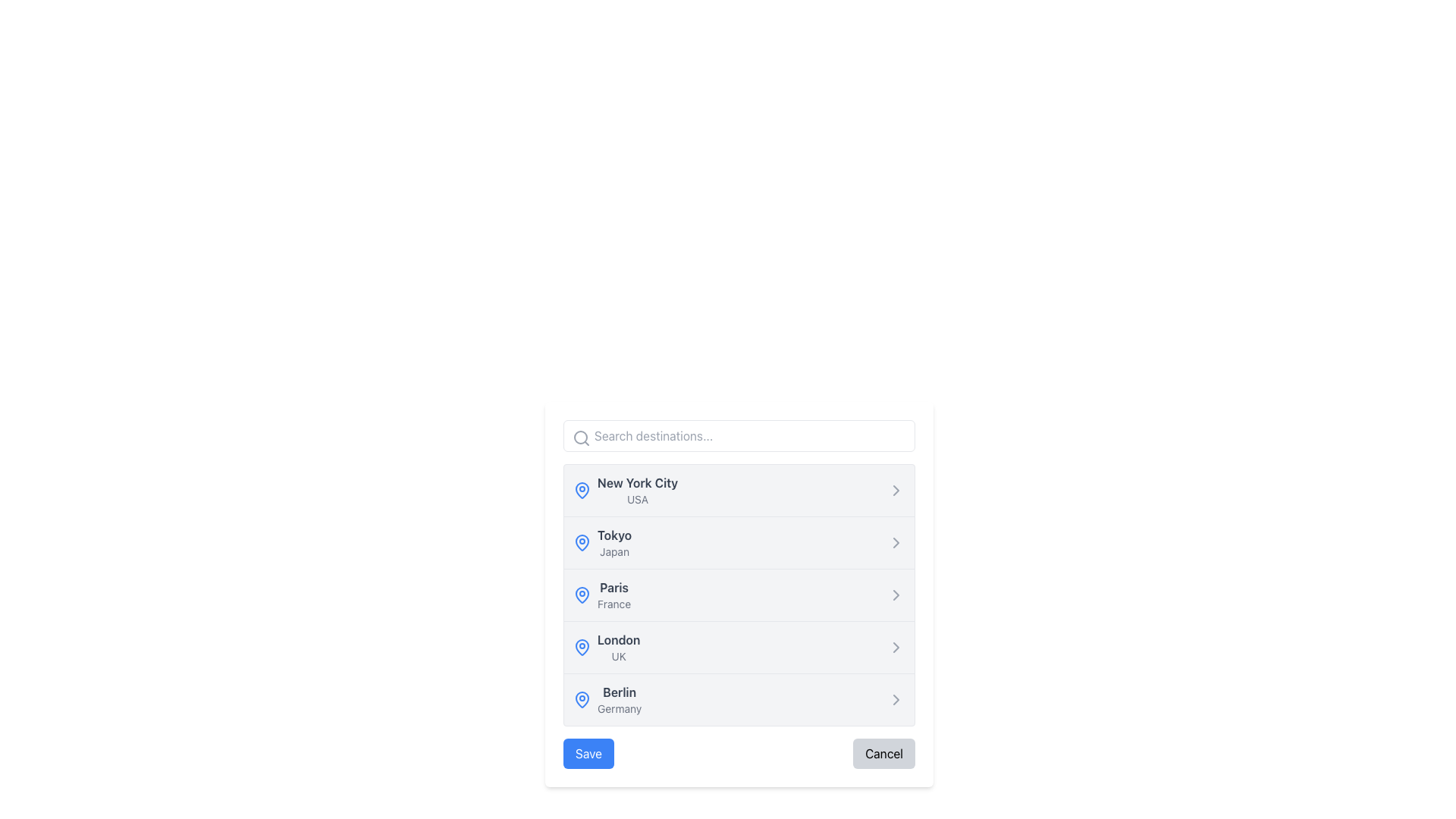  I want to click on the fifth navigation list item, so click(607, 699).